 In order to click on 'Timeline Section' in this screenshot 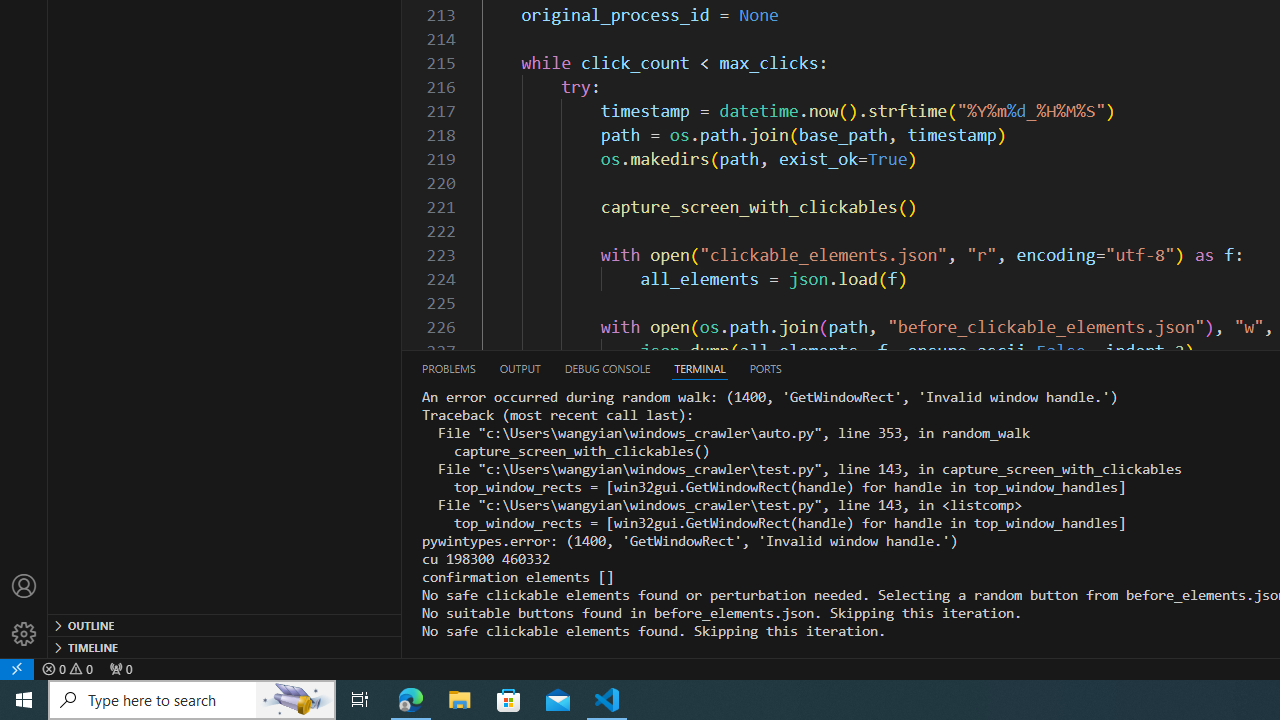, I will do `click(224, 646)`.